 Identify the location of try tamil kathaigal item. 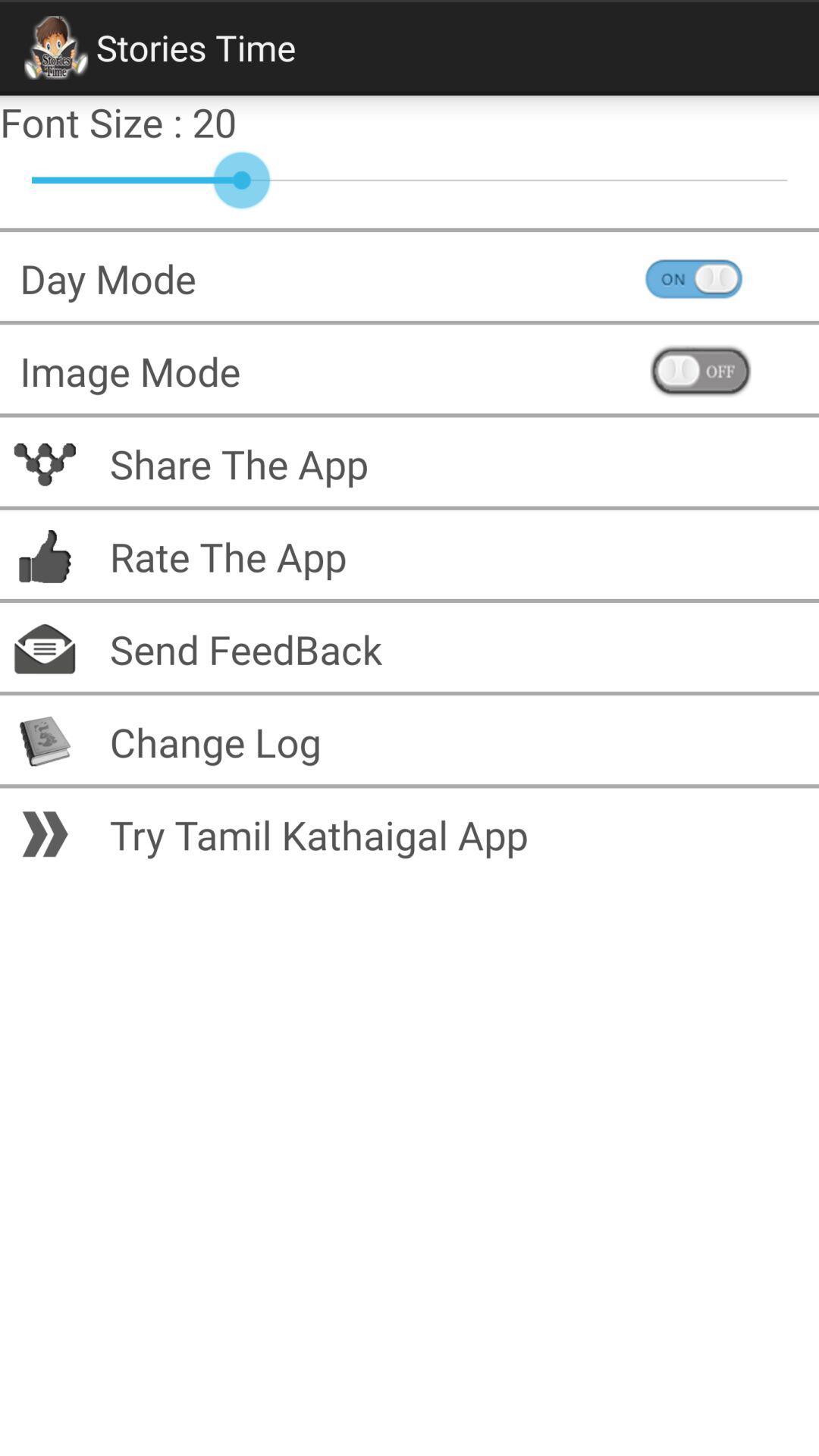
(453, 833).